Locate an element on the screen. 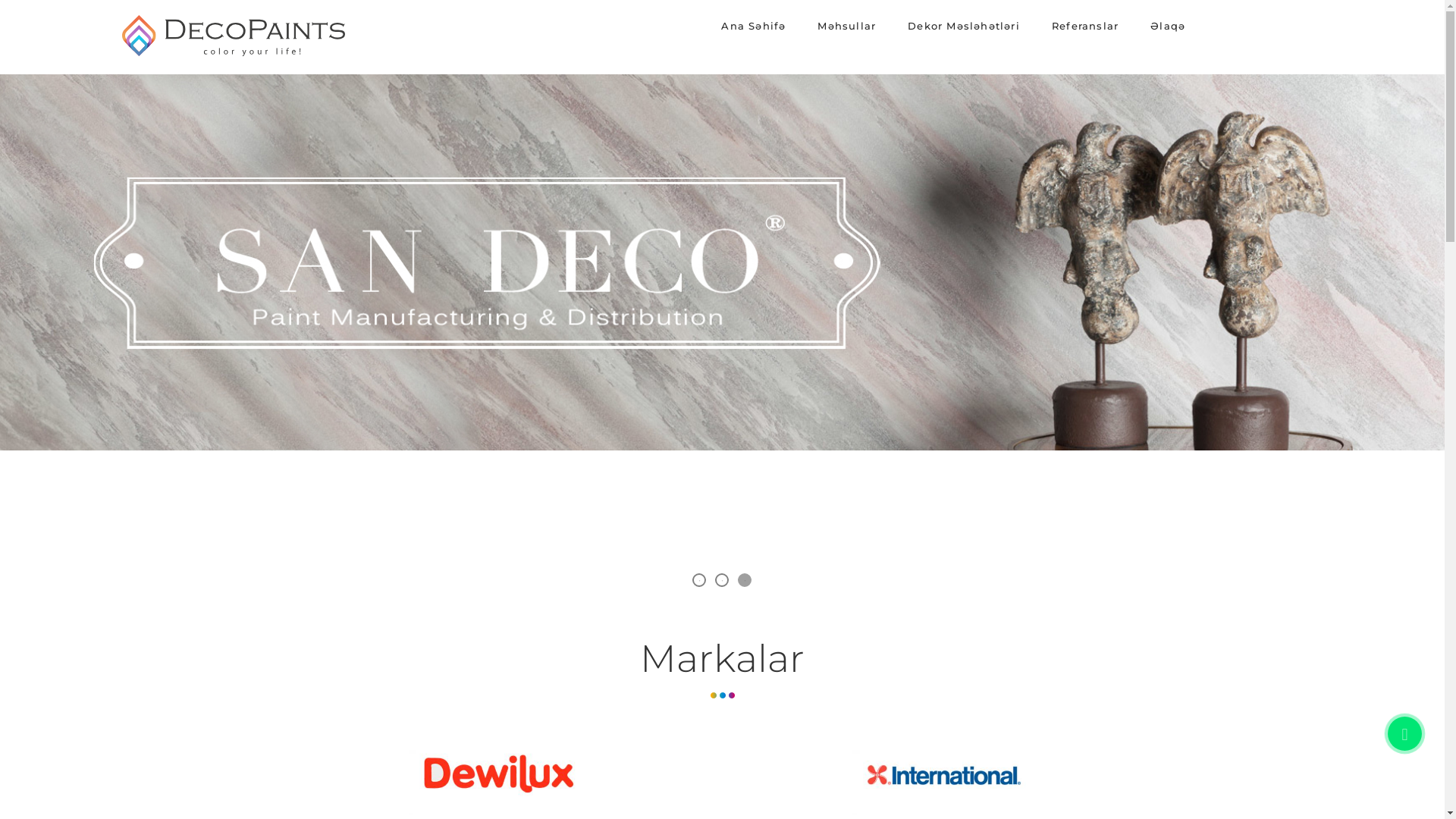 Image resolution: width=1456 pixels, height=819 pixels. 'International' is located at coordinates (848, 777).